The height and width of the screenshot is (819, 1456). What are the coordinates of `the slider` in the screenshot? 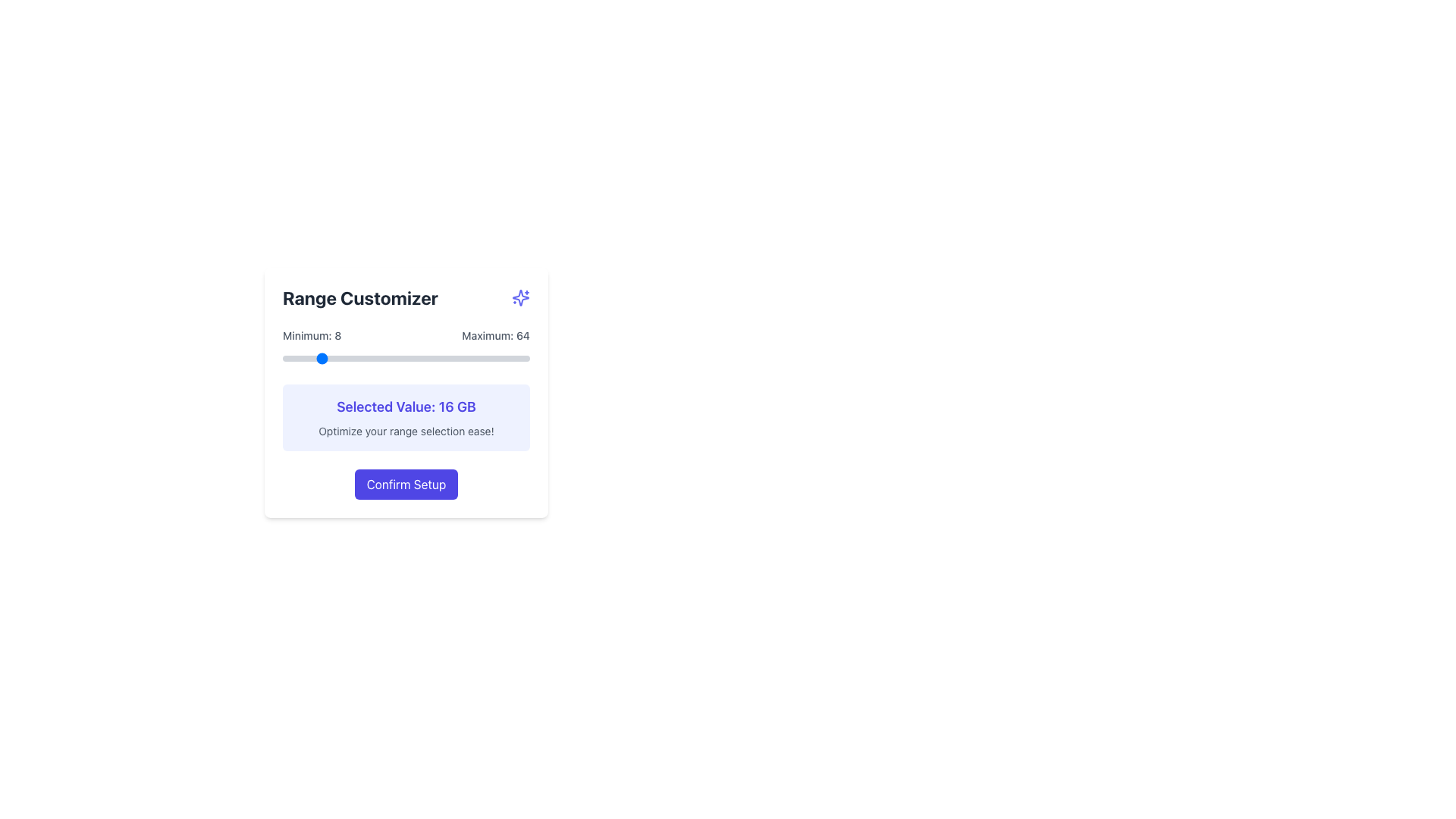 It's located at (526, 359).